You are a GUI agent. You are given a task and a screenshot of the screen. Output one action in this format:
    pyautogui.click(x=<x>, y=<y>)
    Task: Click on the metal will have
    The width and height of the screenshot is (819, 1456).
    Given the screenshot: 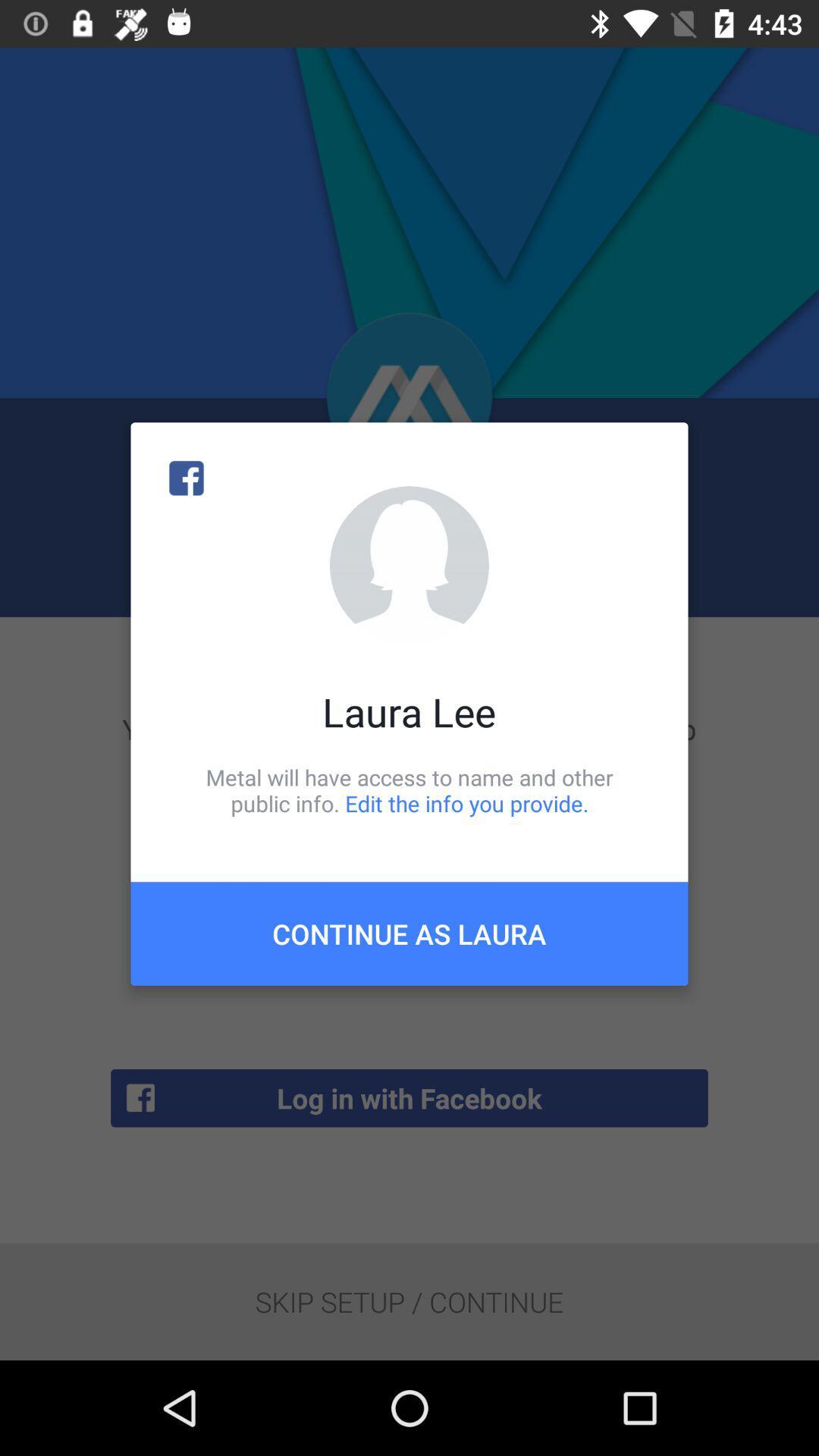 What is the action you would take?
    pyautogui.click(x=409, y=789)
    